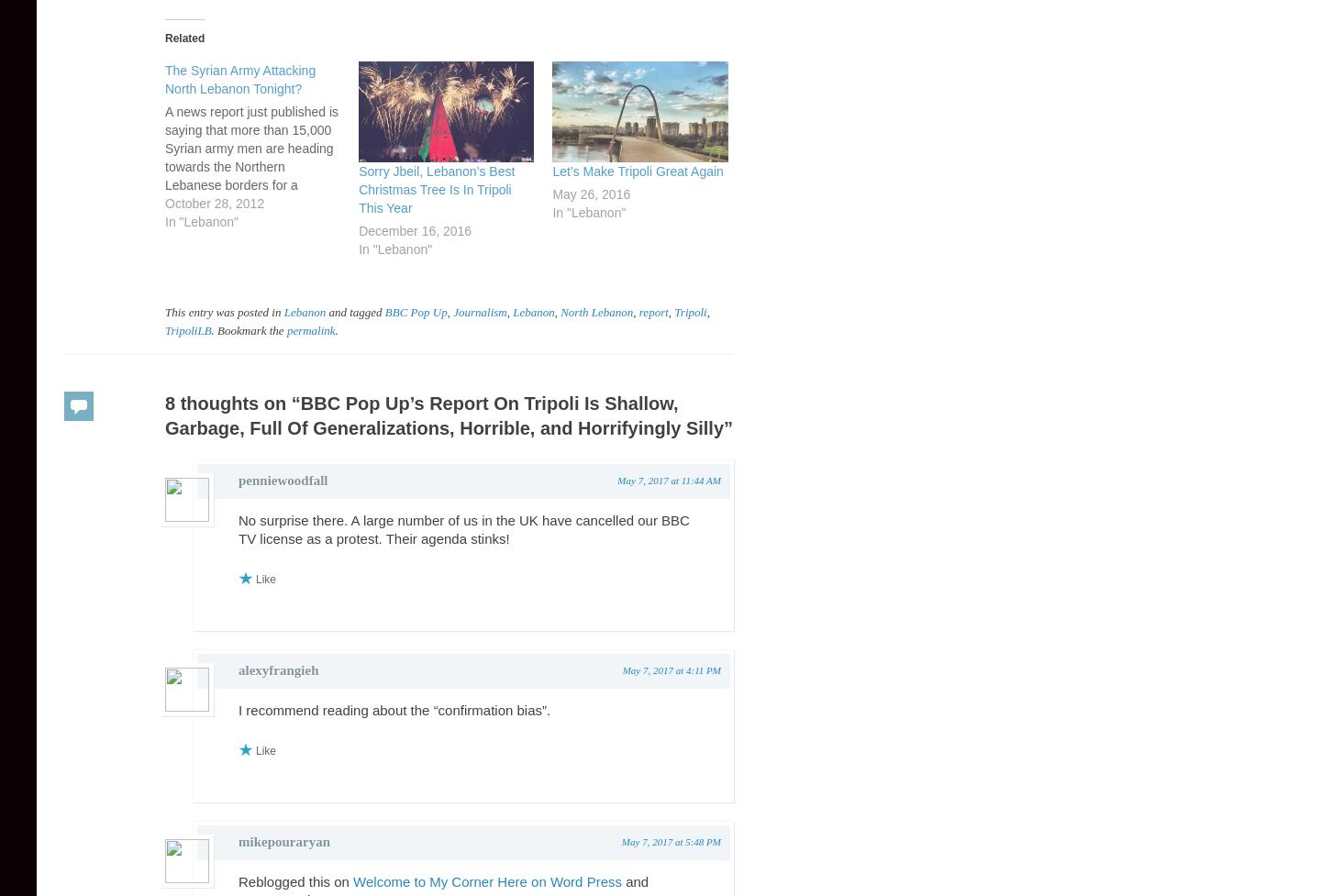 This screenshot has height=896, width=1321. Describe the element at coordinates (184, 39) in the screenshot. I see `'Related'` at that location.